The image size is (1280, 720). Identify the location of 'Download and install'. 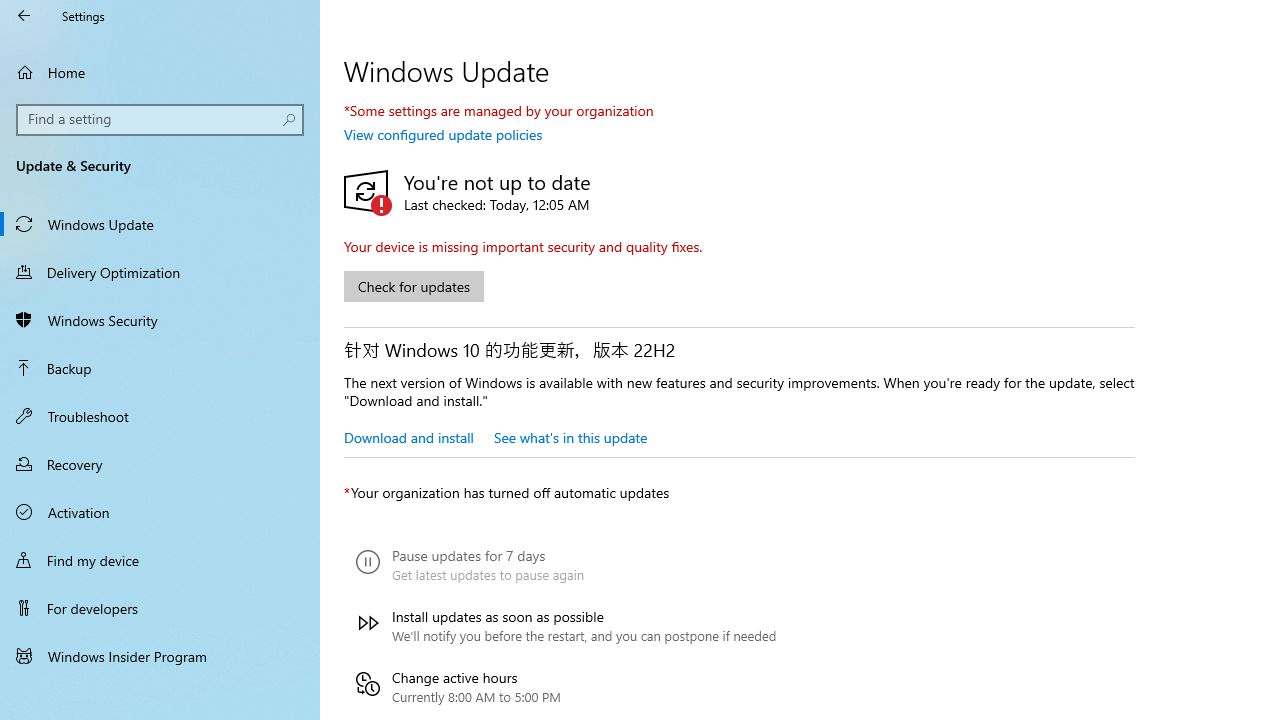
(407, 436).